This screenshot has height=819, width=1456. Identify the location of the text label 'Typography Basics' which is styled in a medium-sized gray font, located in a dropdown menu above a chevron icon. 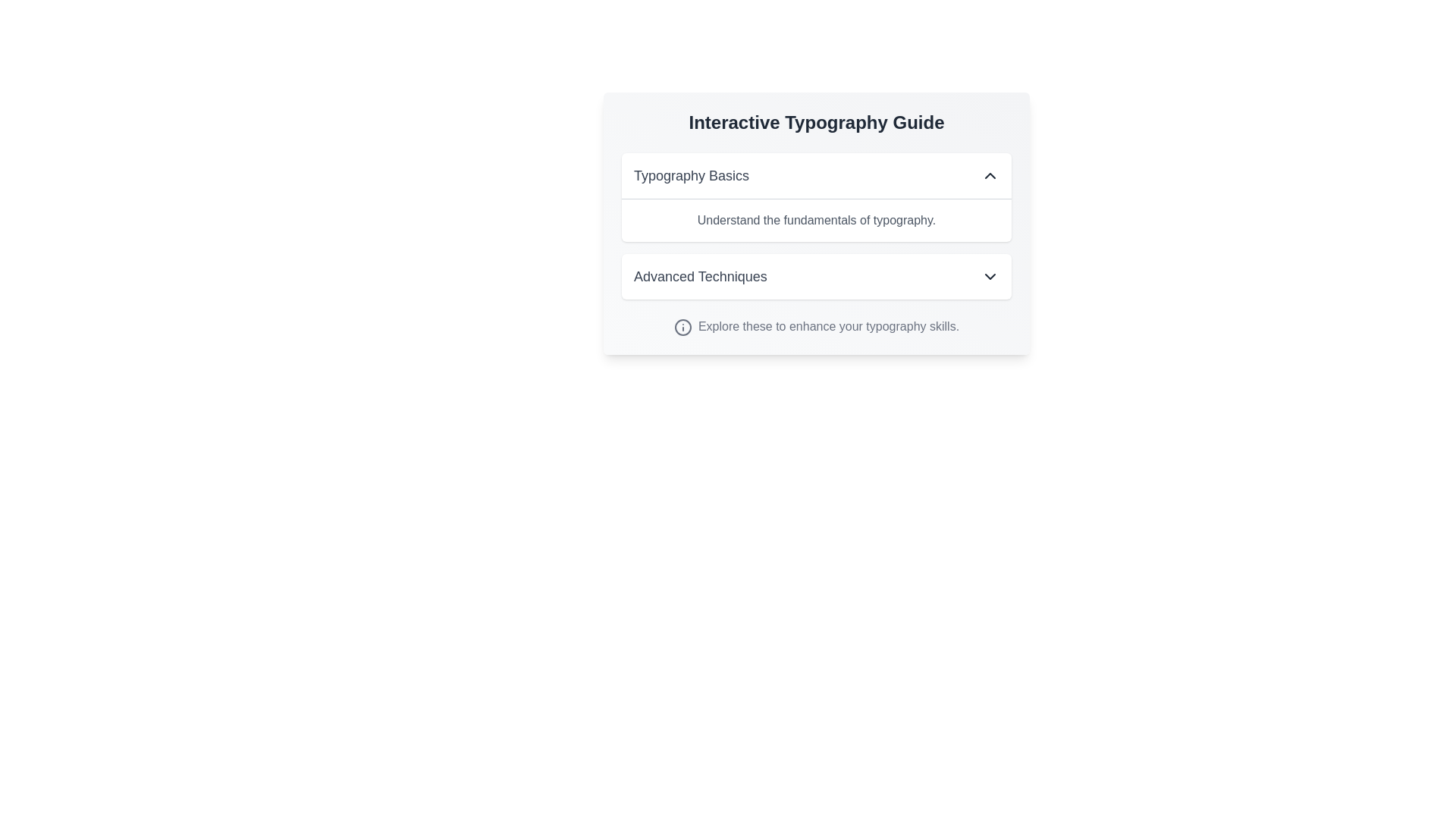
(691, 174).